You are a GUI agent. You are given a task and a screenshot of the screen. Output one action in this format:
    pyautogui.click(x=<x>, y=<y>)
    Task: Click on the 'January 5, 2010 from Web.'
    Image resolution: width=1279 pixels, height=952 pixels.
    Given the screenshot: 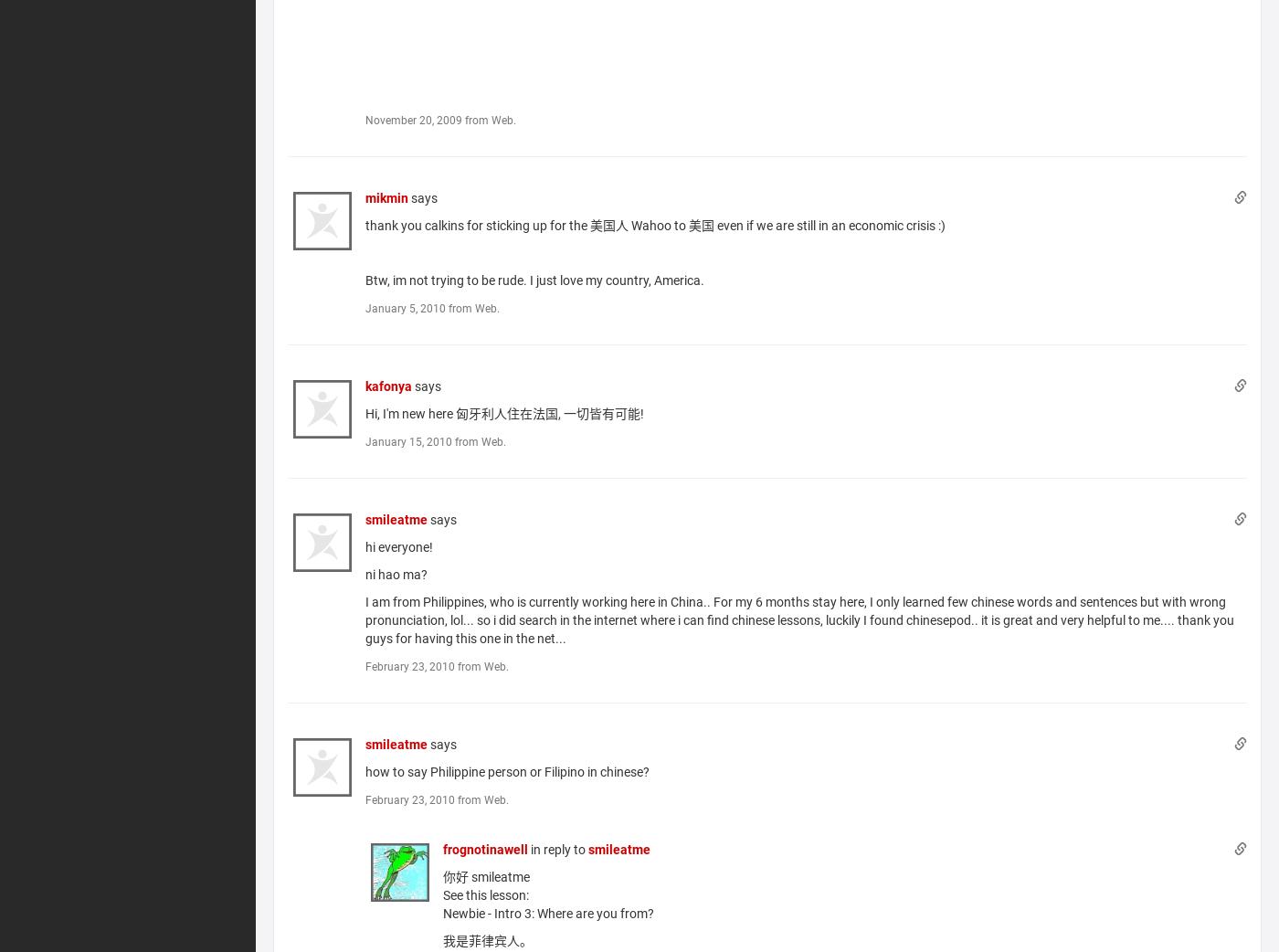 What is the action you would take?
    pyautogui.click(x=364, y=307)
    